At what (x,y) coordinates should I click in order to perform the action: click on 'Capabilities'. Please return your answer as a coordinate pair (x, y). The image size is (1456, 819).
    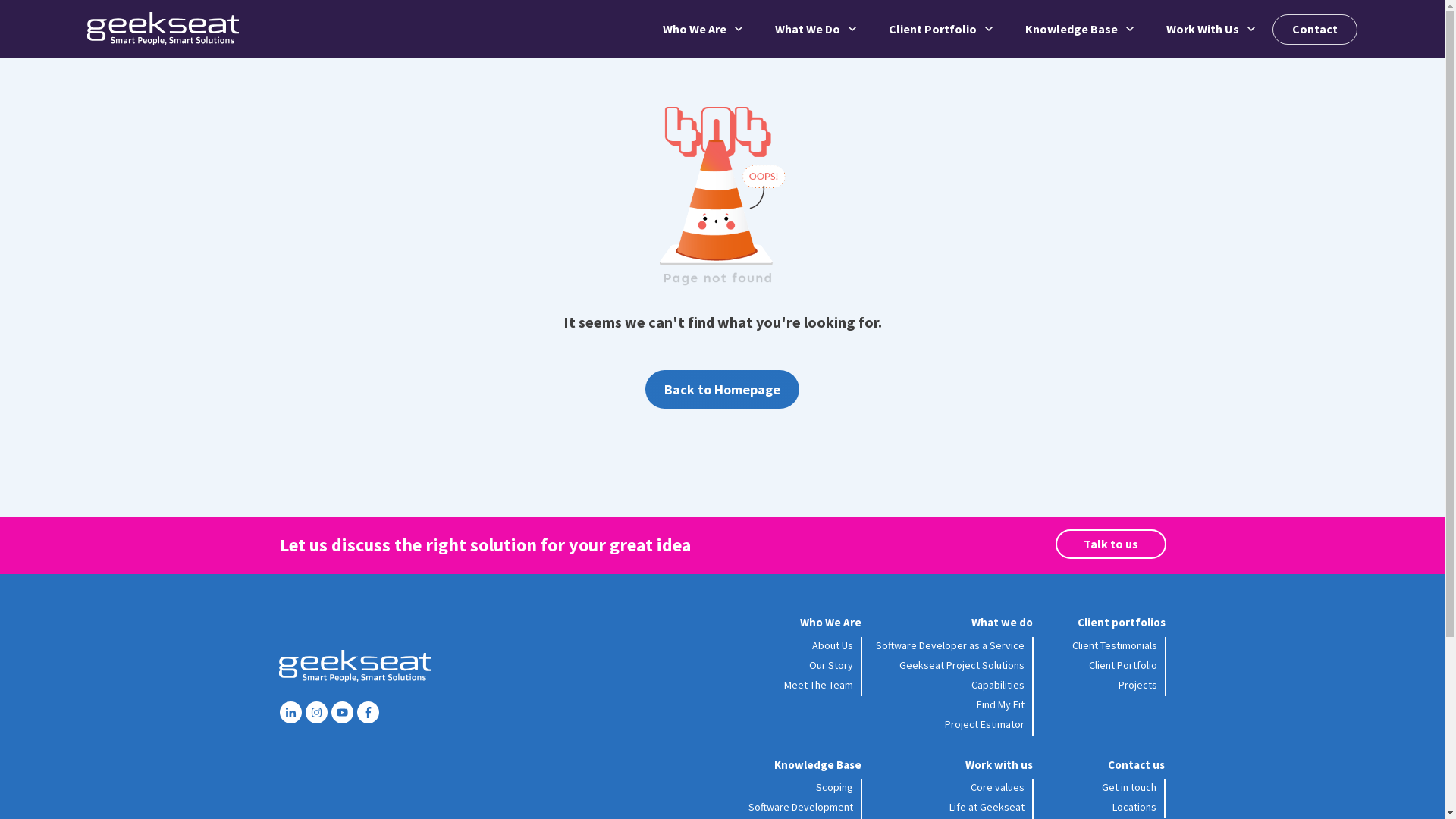
    Looking at the image, I should click on (971, 684).